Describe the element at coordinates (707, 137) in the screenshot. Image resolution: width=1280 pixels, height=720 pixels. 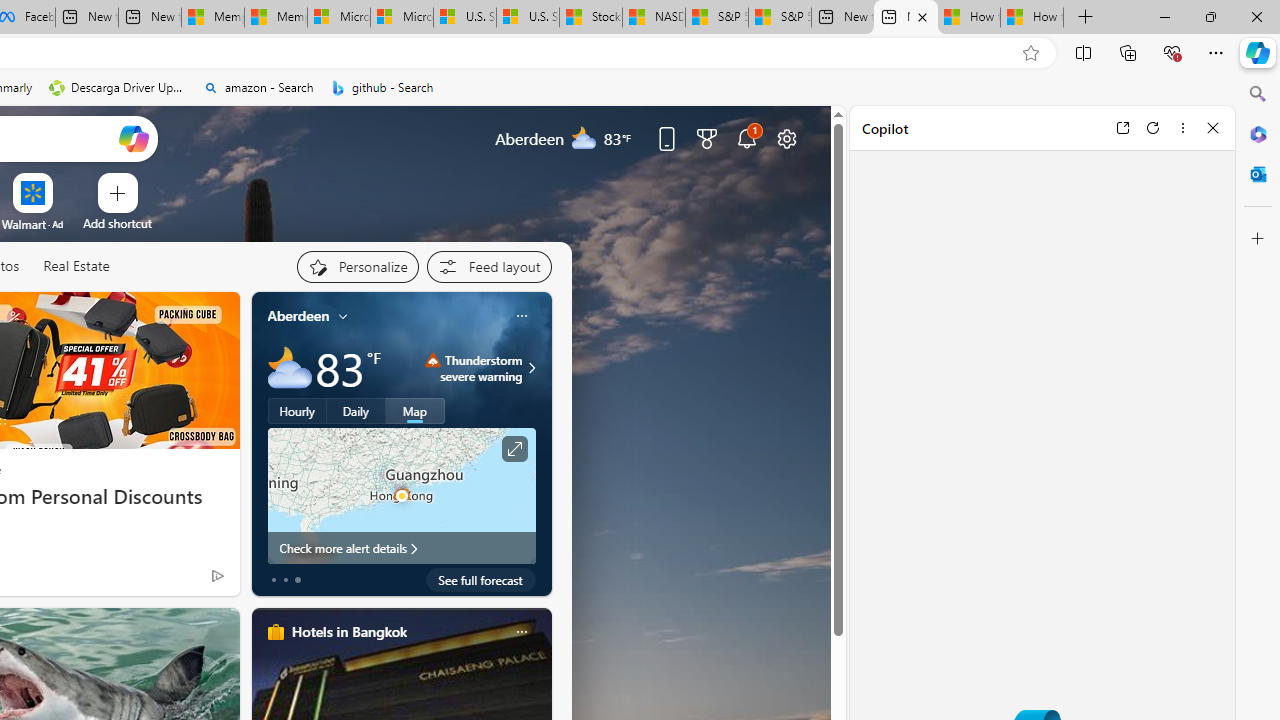
I see `'Microsoft rewards'` at that location.